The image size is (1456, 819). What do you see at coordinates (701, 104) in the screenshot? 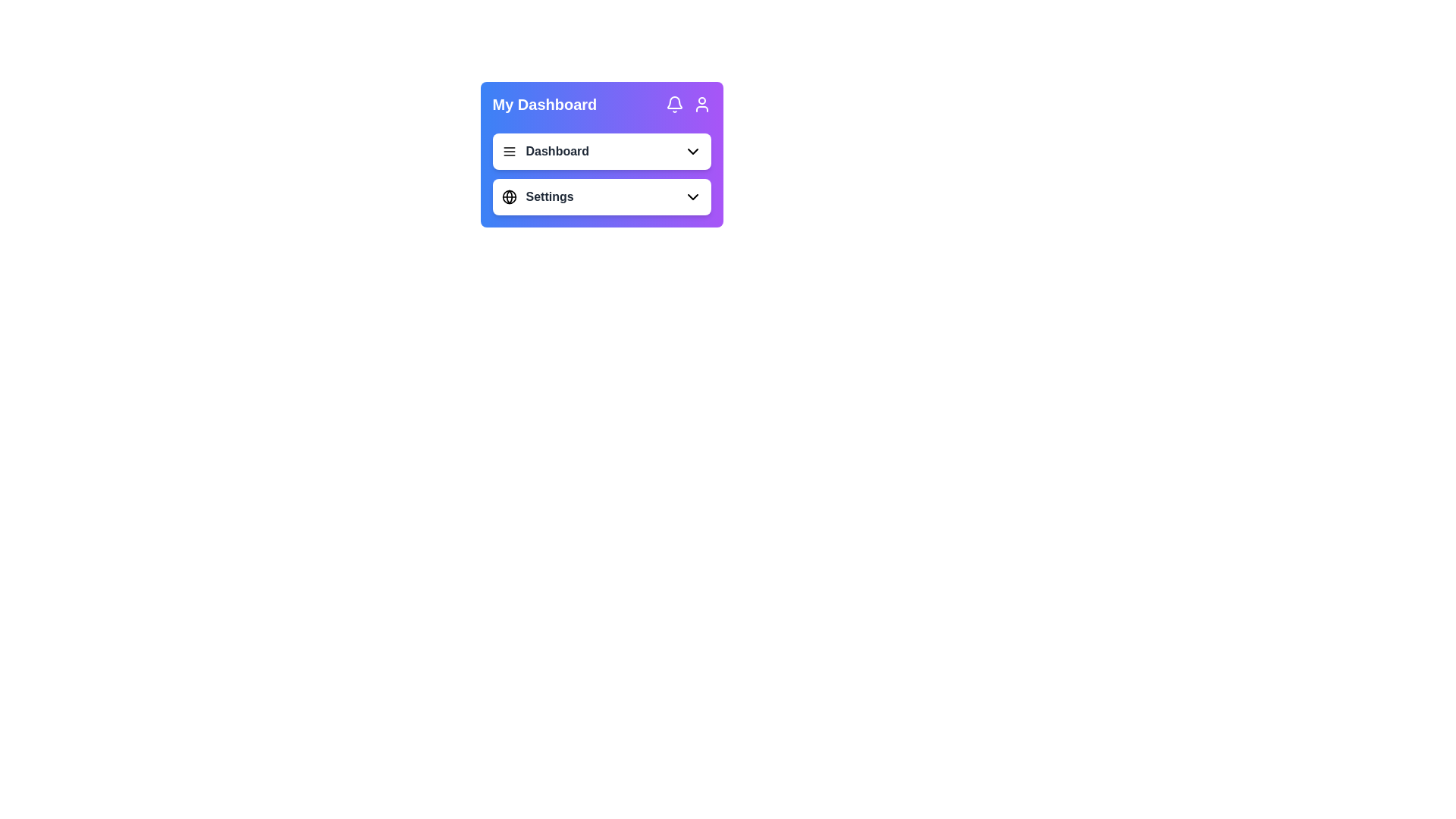
I see `the user profile access icon located at the top right corner of the 'My Dashboard' card, adjacent to the bell icon` at bounding box center [701, 104].